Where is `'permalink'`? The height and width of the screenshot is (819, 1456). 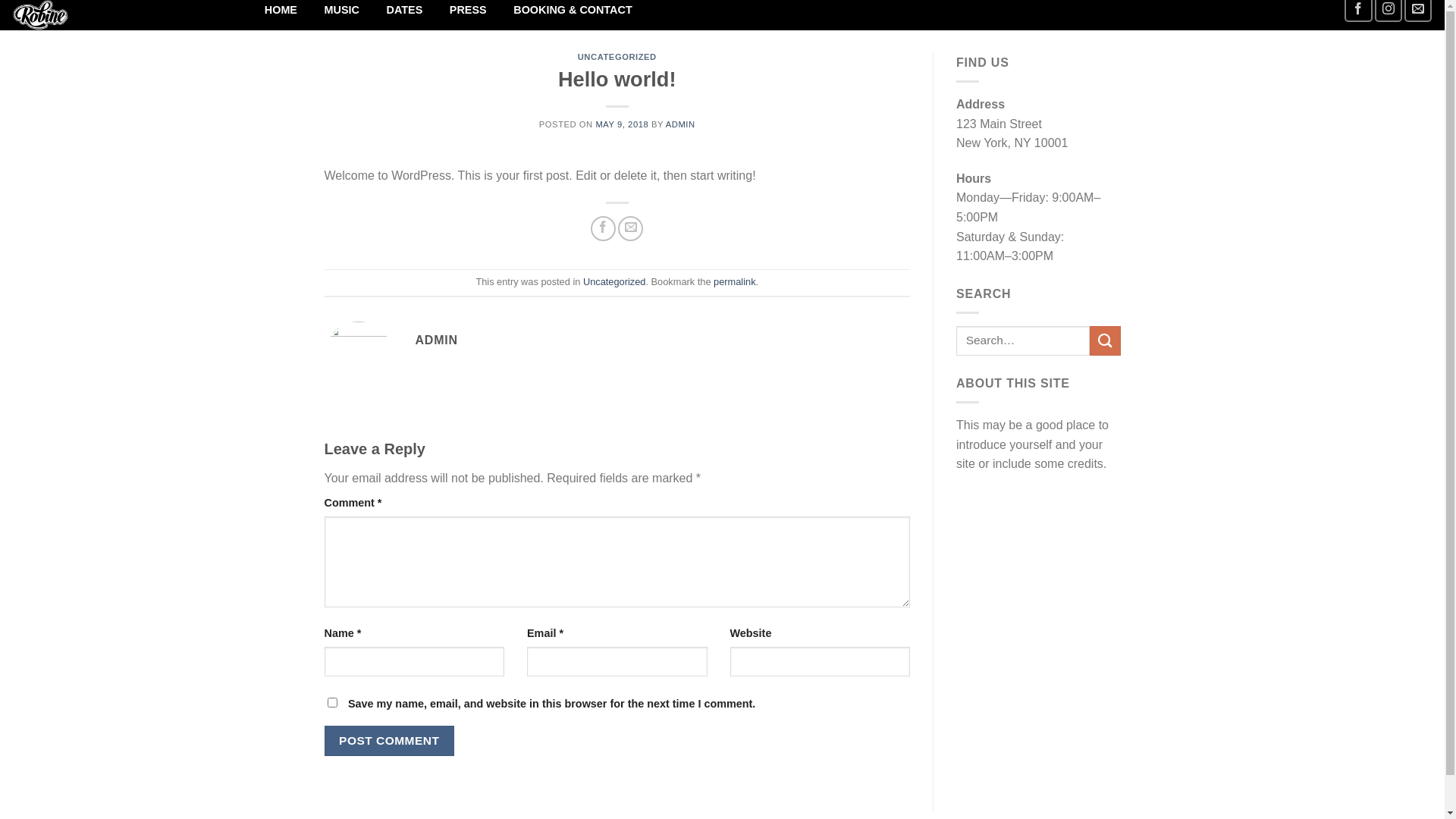 'permalink' is located at coordinates (734, 281).